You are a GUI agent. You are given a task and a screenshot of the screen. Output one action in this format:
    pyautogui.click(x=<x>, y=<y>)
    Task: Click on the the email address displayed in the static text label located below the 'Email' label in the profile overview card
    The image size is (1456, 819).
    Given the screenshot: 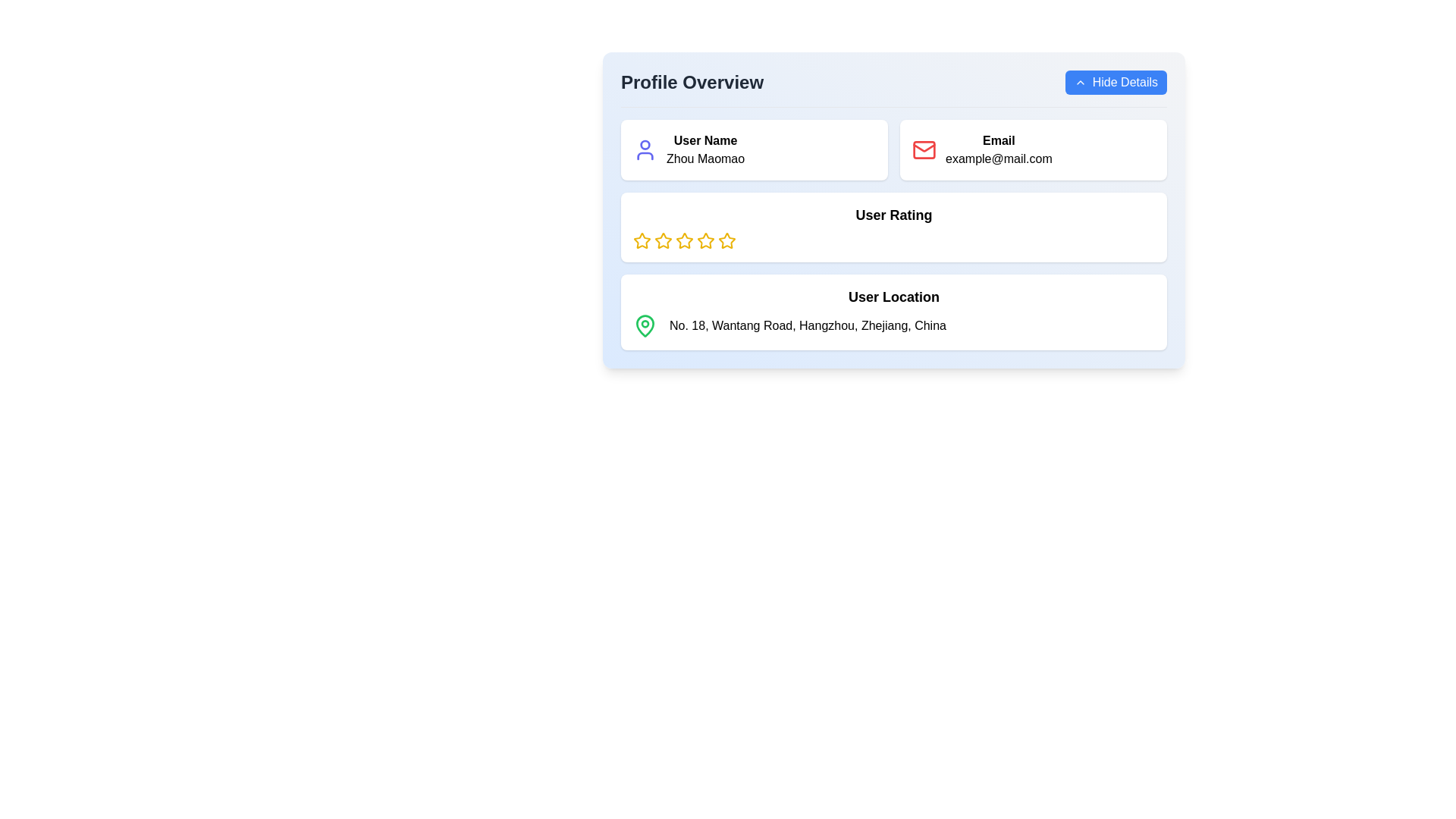 What is the action you would take?
    pyautogui.click(x=999, y=158)
    